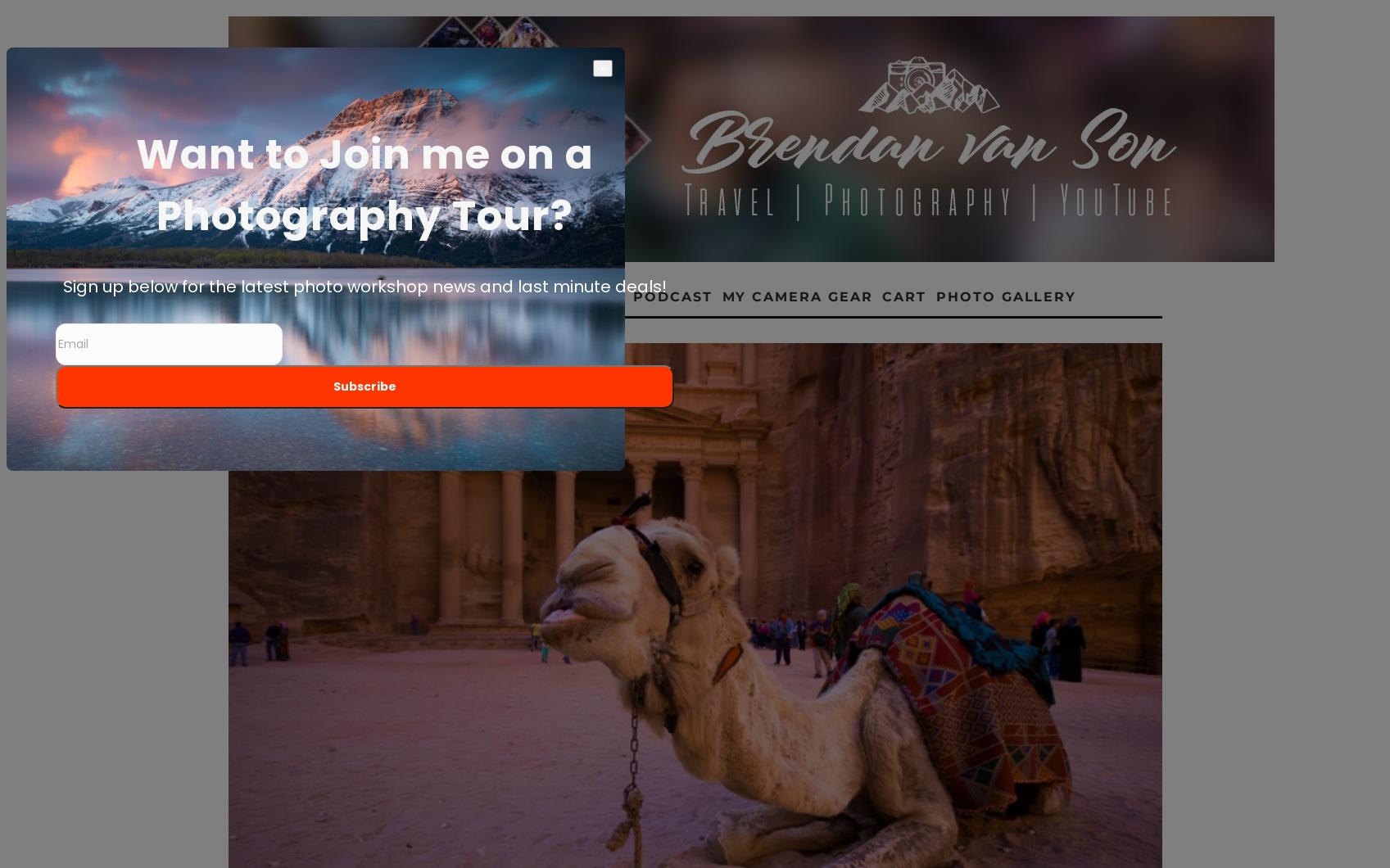 This screenshot has width=1390, height=868. I want to click on 'Photo Gallery', so click(935, 296).